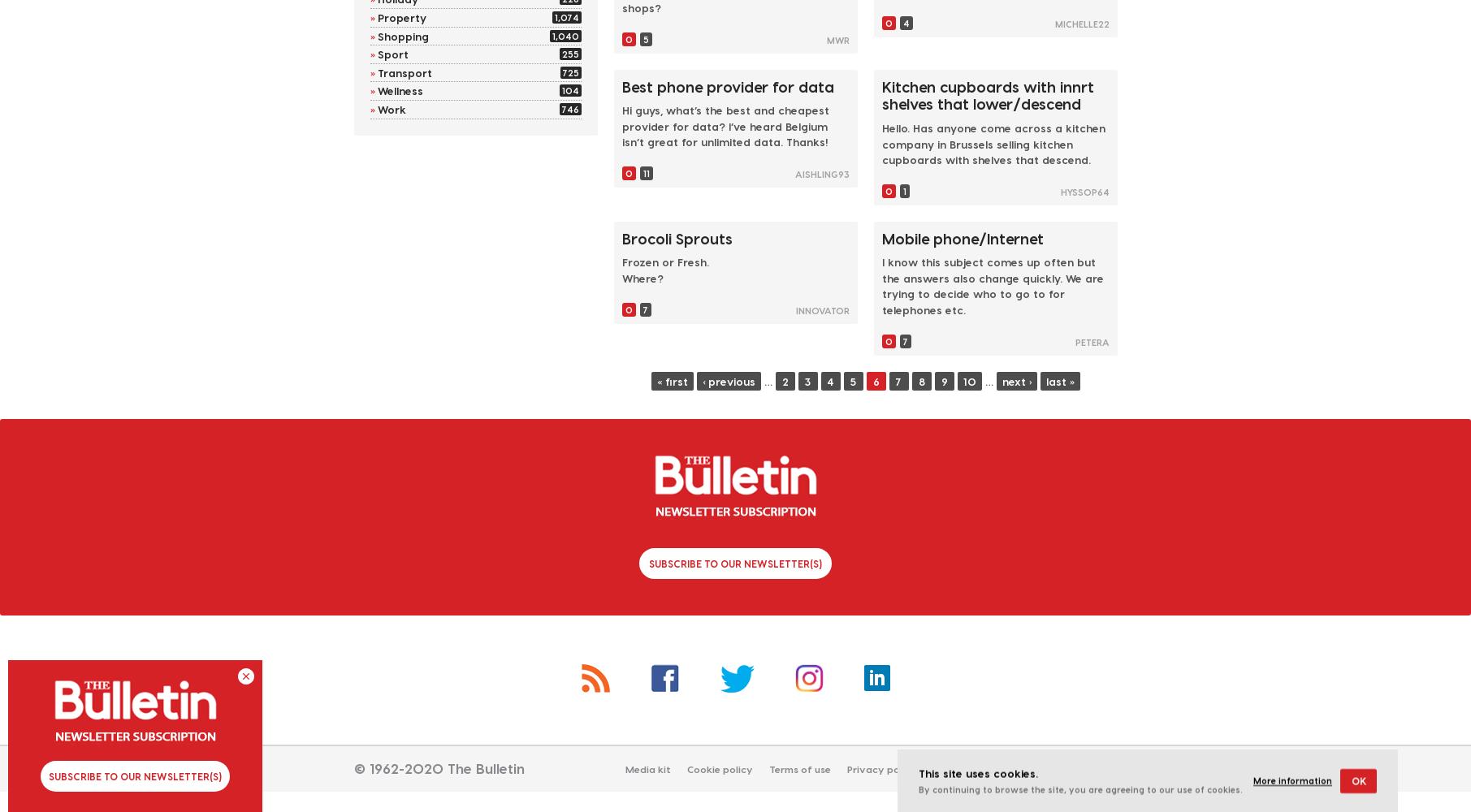  What do you see at coordinates (400, 89) in the screenshot?
I see `'Wellness'` at bounding box center [400, 89].